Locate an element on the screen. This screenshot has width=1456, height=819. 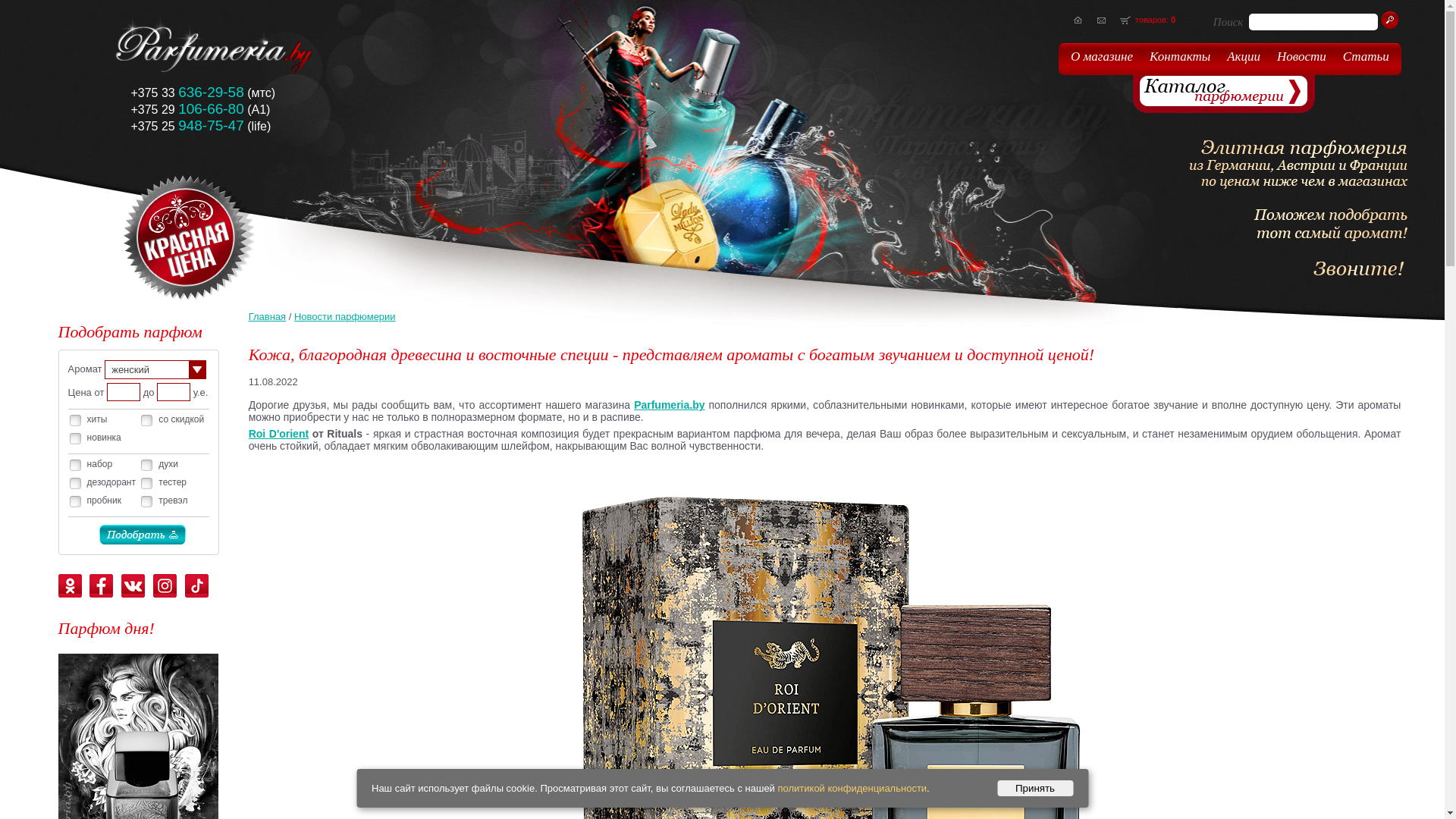
'106-66-80' is located at coordinates (210, 108).